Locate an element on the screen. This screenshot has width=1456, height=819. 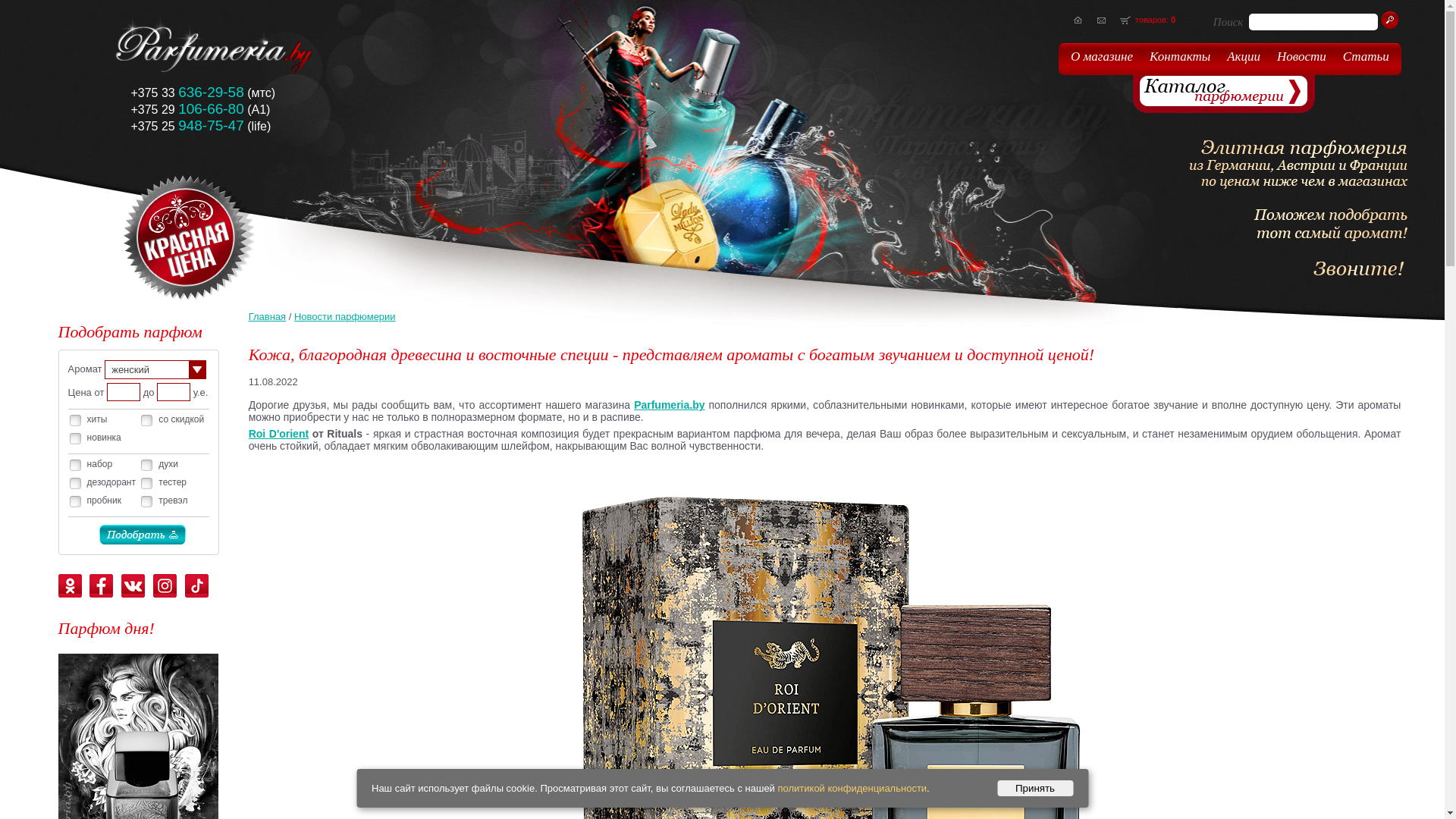
'106-66-80' is located at coordinates (210, 108).